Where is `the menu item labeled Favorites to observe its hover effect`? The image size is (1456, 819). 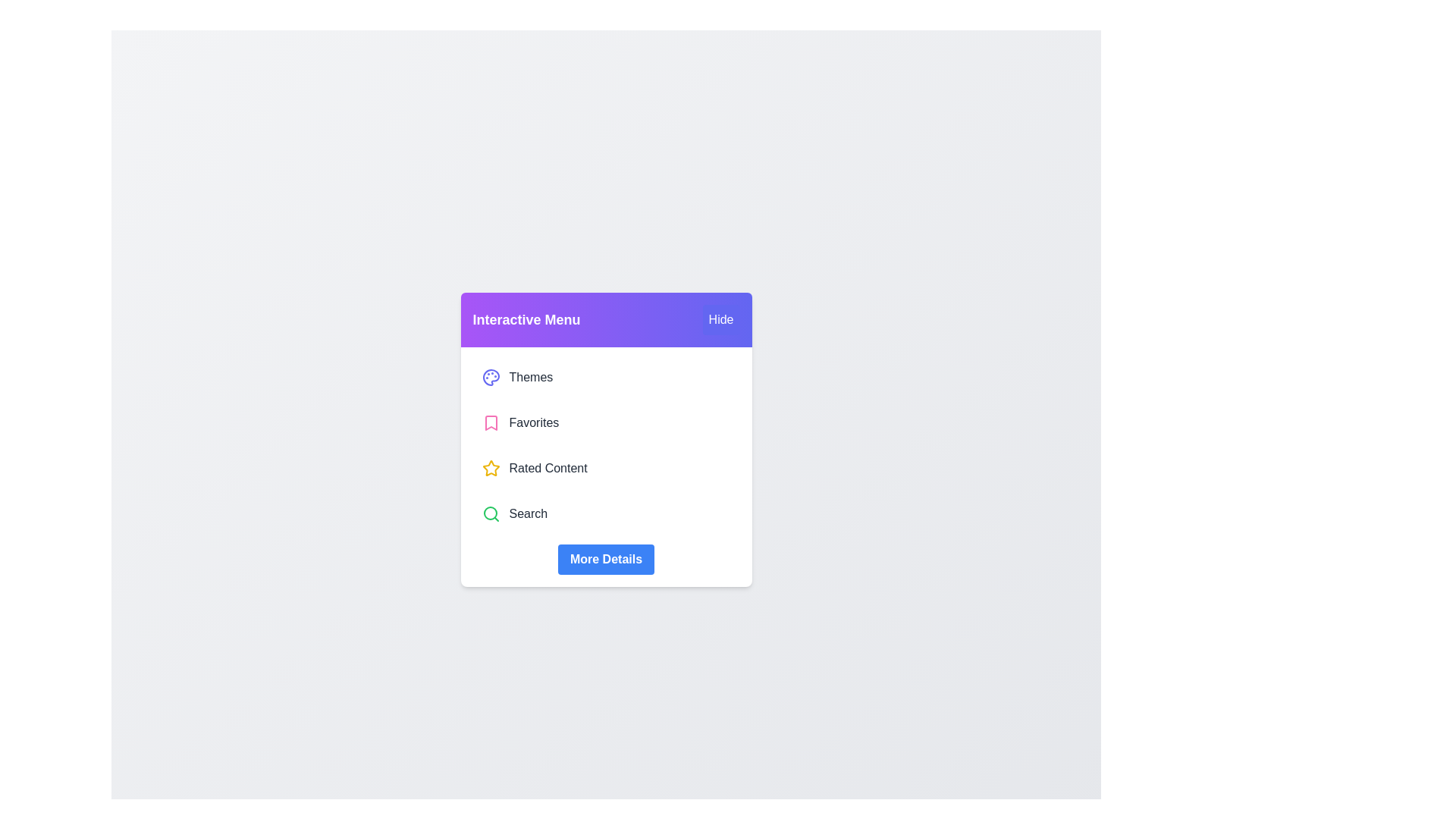
the menu item labeled Favorites to observe its hover effect is located at coordinates (605, 423).